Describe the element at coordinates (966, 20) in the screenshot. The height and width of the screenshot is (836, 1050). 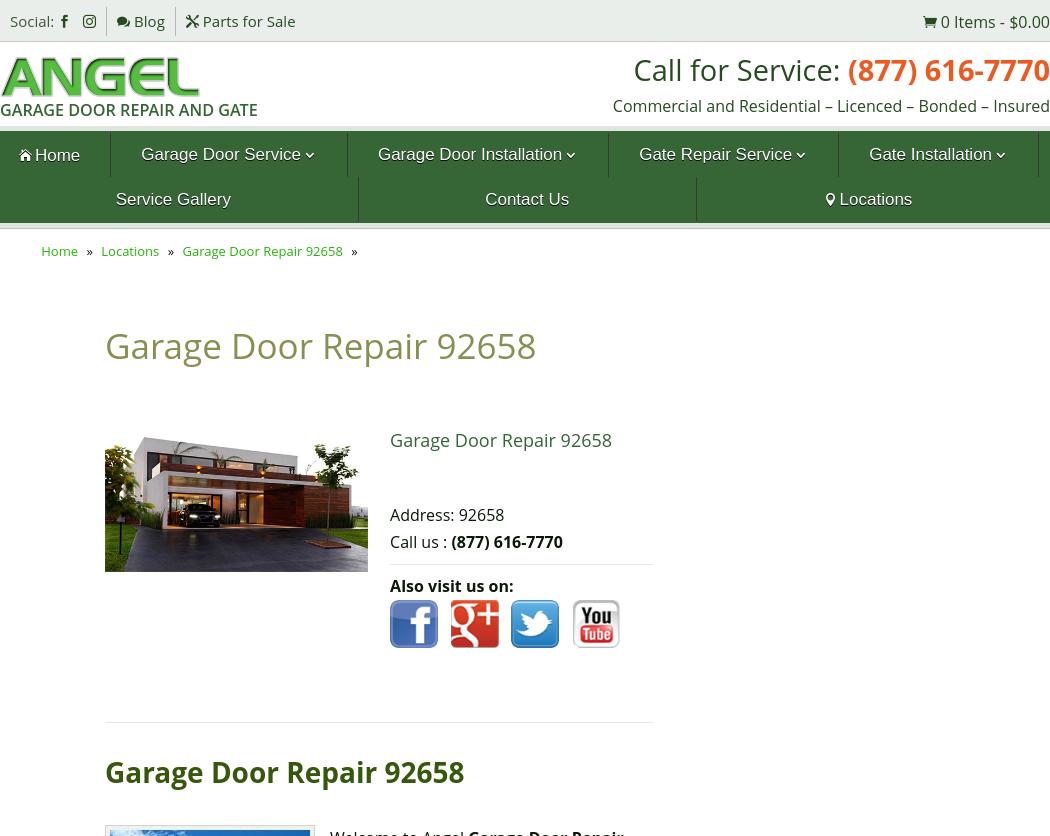
I see `'0 Items'` at that location.